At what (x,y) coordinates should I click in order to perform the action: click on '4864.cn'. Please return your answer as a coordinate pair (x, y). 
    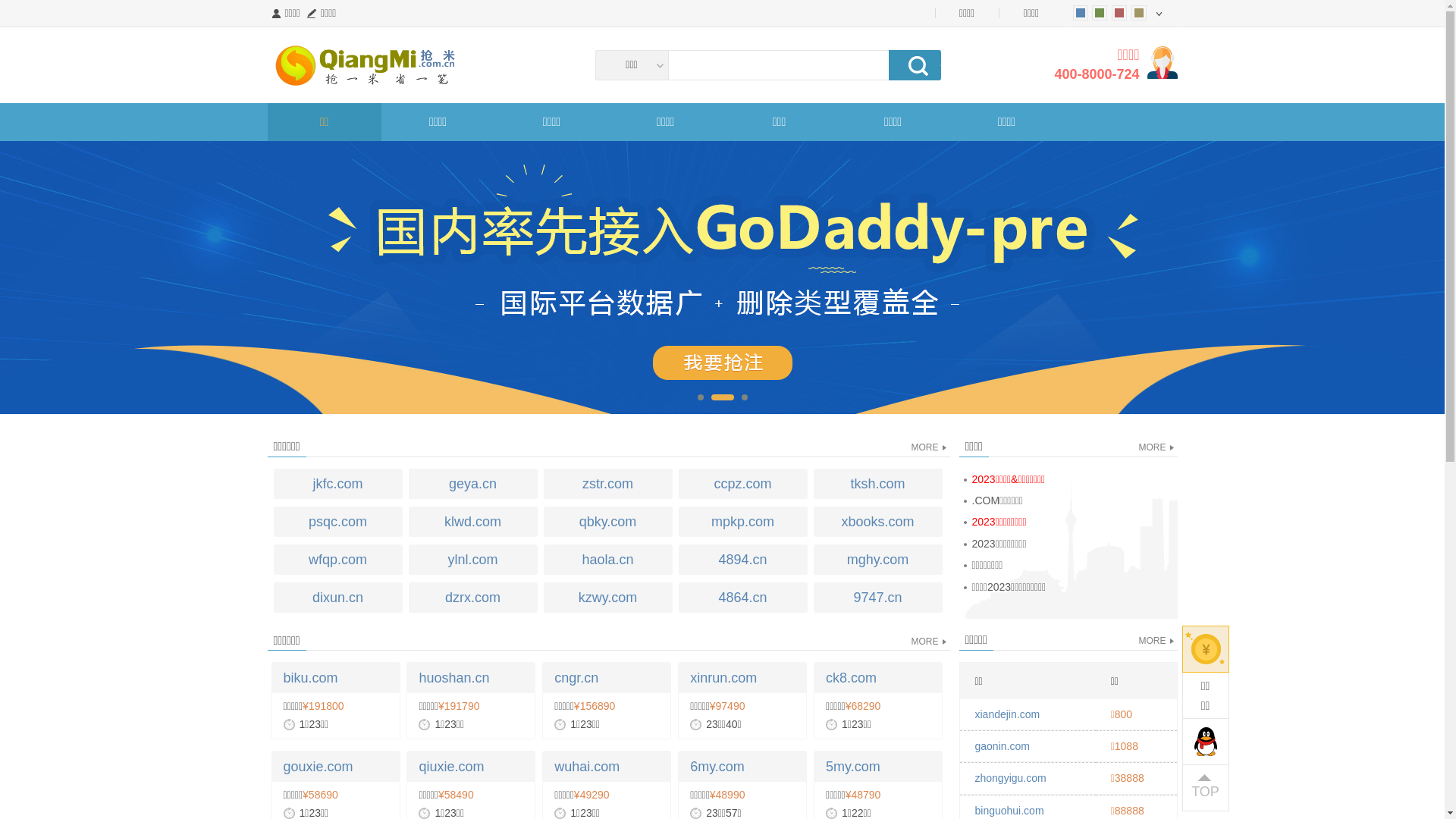
    Looking at the image, I should click on (742, 596).